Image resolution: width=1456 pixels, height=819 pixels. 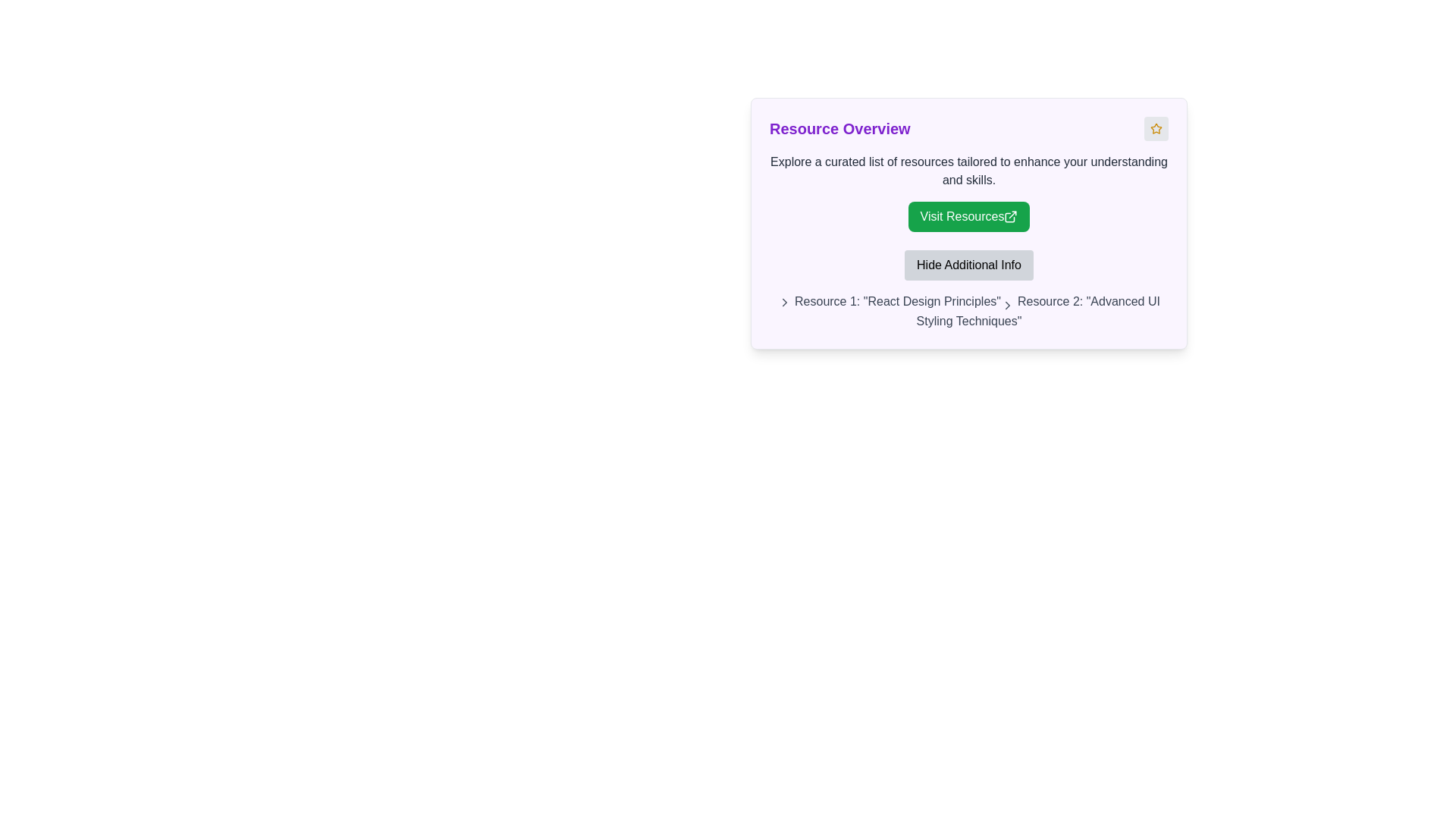 What do you see at coordinates (968, 192) in the screenshot?
I see `the external link icon located in the 'Resource Overview' section, which provides information about resources and offers navigation to the resources page` at bounding box center [968, 192].